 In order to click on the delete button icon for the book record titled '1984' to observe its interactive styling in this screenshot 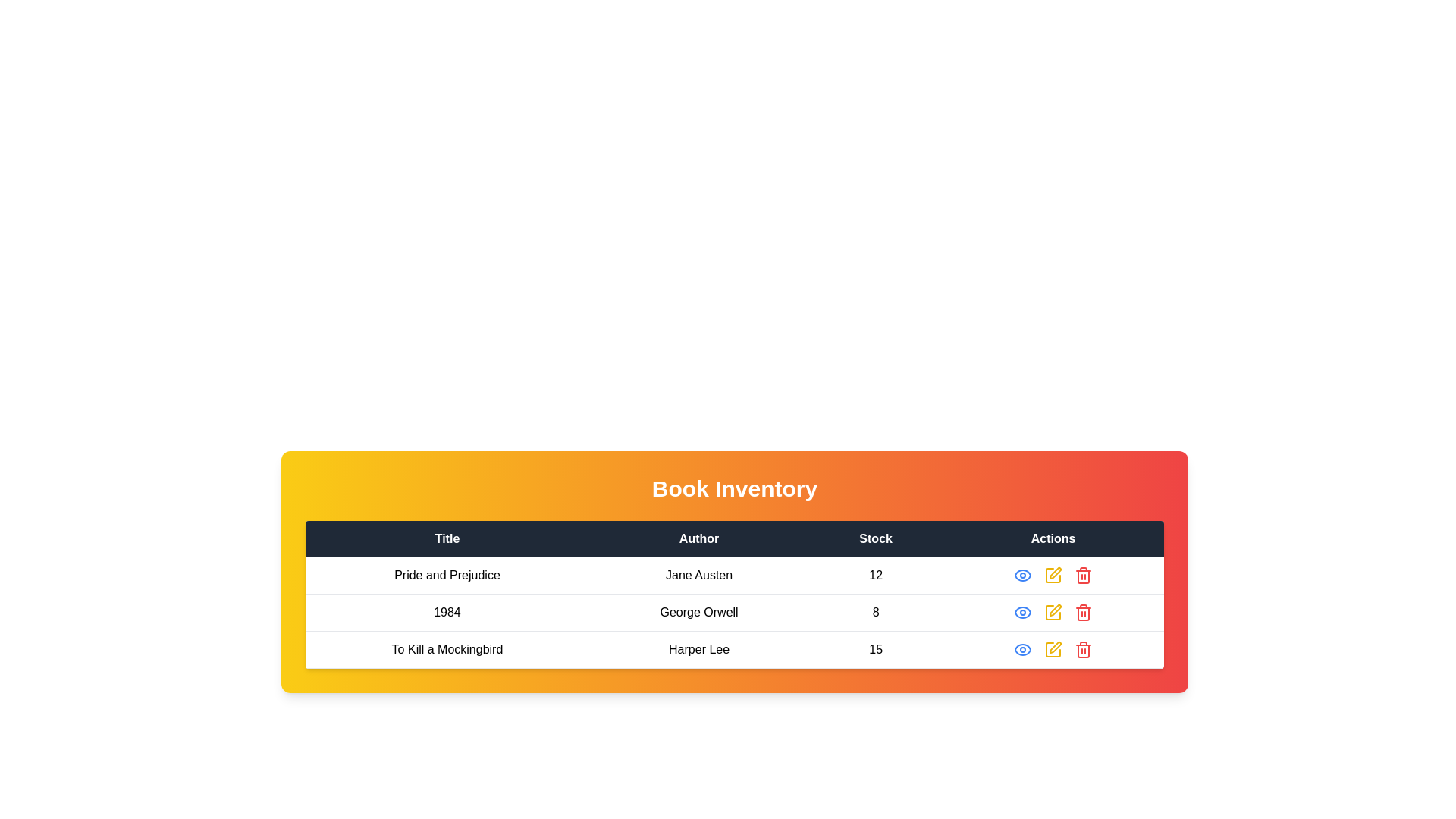, I will do `click(1083, 611)`.